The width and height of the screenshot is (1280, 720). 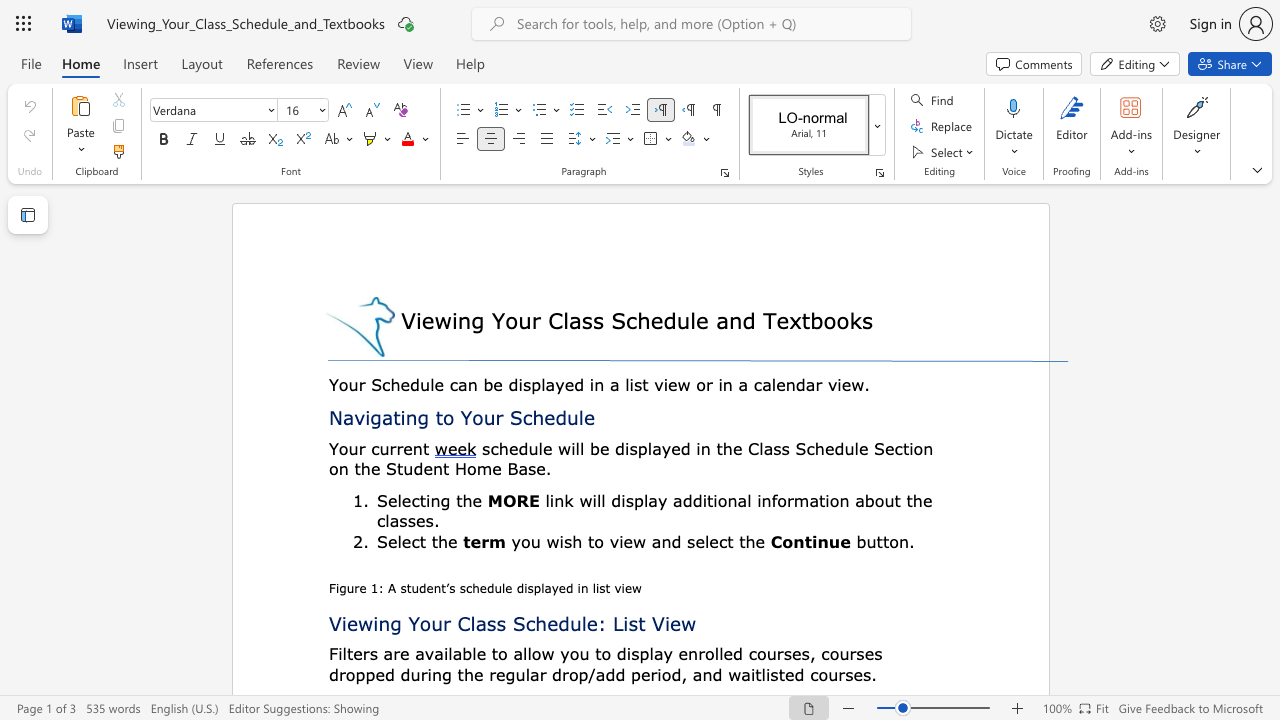 What do you see at coordinates (525, 674) in the screenshot?
I see `the subset text "lar dr" within the text "Filters are available to allow you to display enrolled courses, courses dropped during the regular drop/add period, and waitlisted courses."` at bounding box center [525, 674].